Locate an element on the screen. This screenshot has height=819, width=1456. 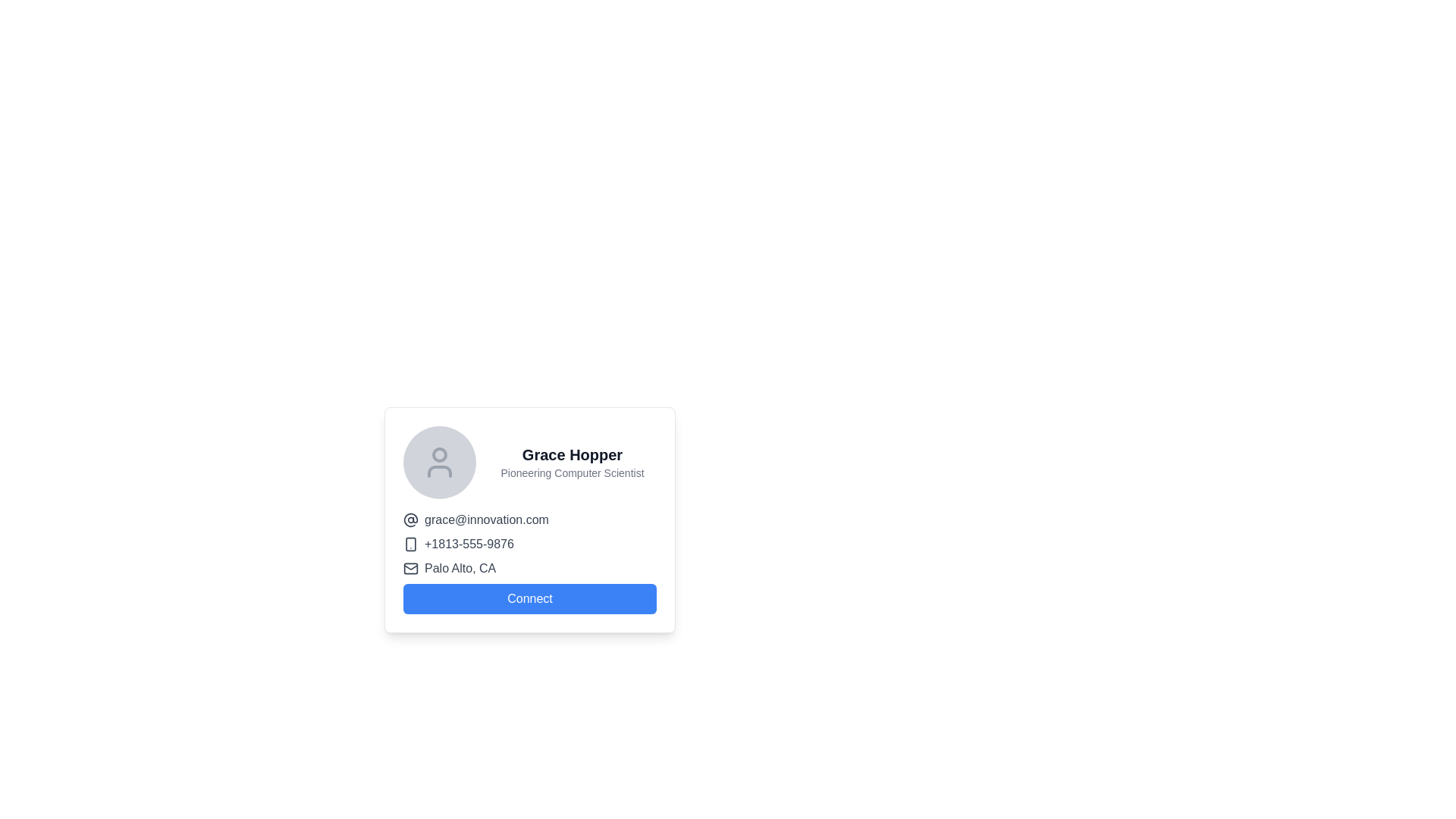
the Text Label that provides a subtitle or descriptive context for the title 'Grace Hopper', which is positioned directly underneath and aligned with the title within the profile card layout is located at coordinates (571, 472).